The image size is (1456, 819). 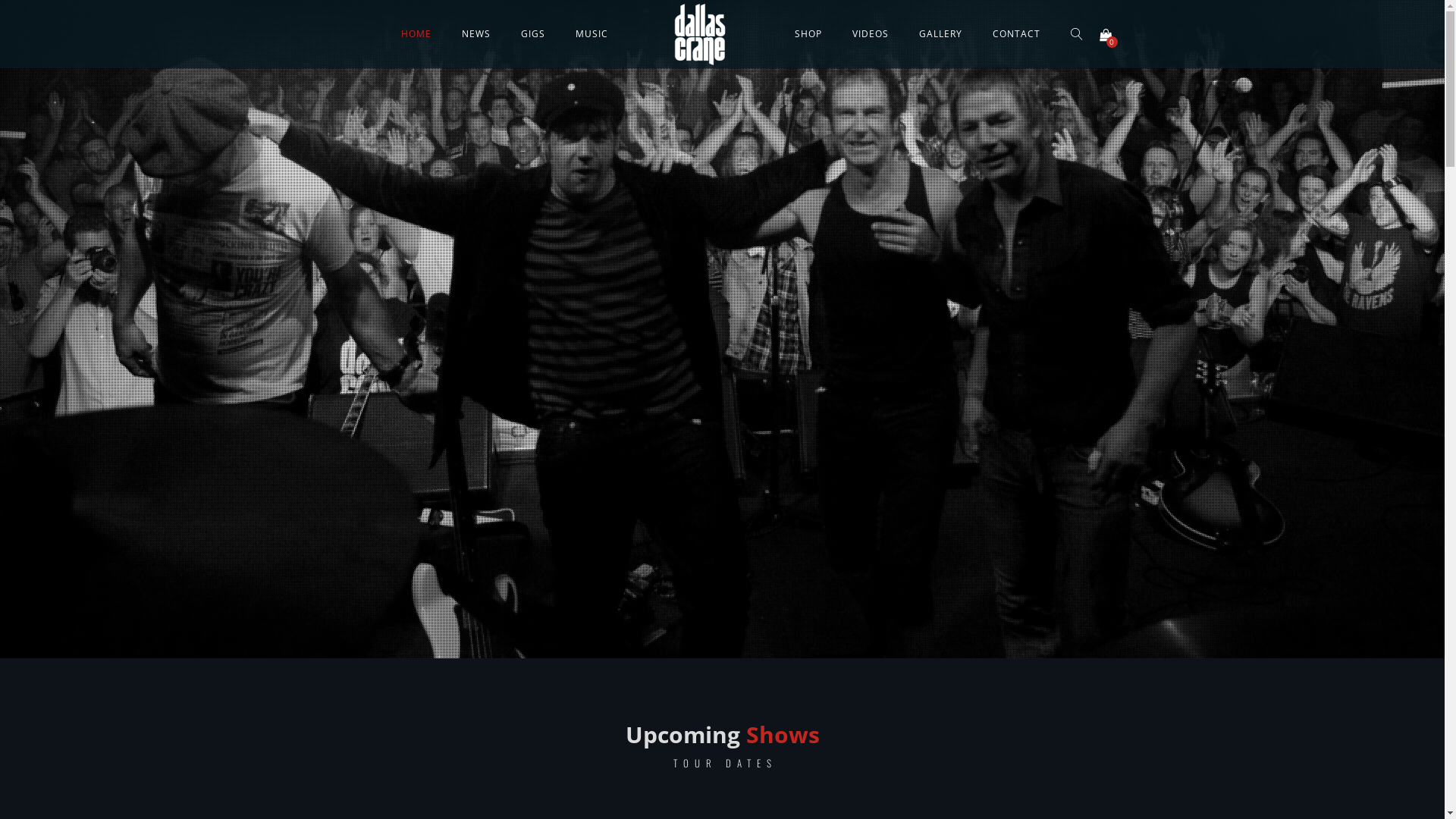 What do you see at coordinates (781, 33) in the screenshot?
I see `'SHOP'` at bounding box center [781, 33].